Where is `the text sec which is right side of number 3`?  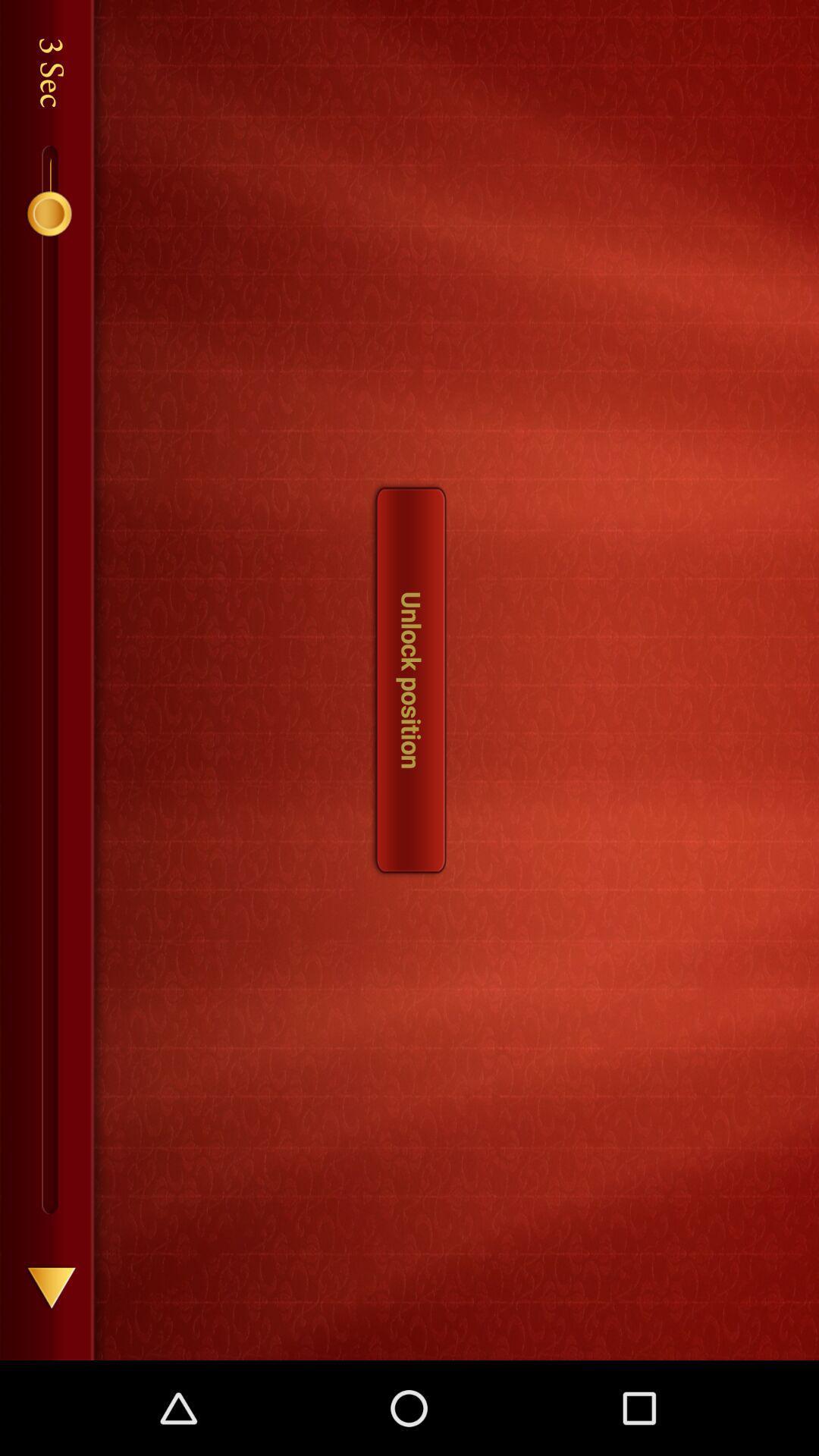
the text sec which is right side of number 3 is located at coordinates (57, 94).